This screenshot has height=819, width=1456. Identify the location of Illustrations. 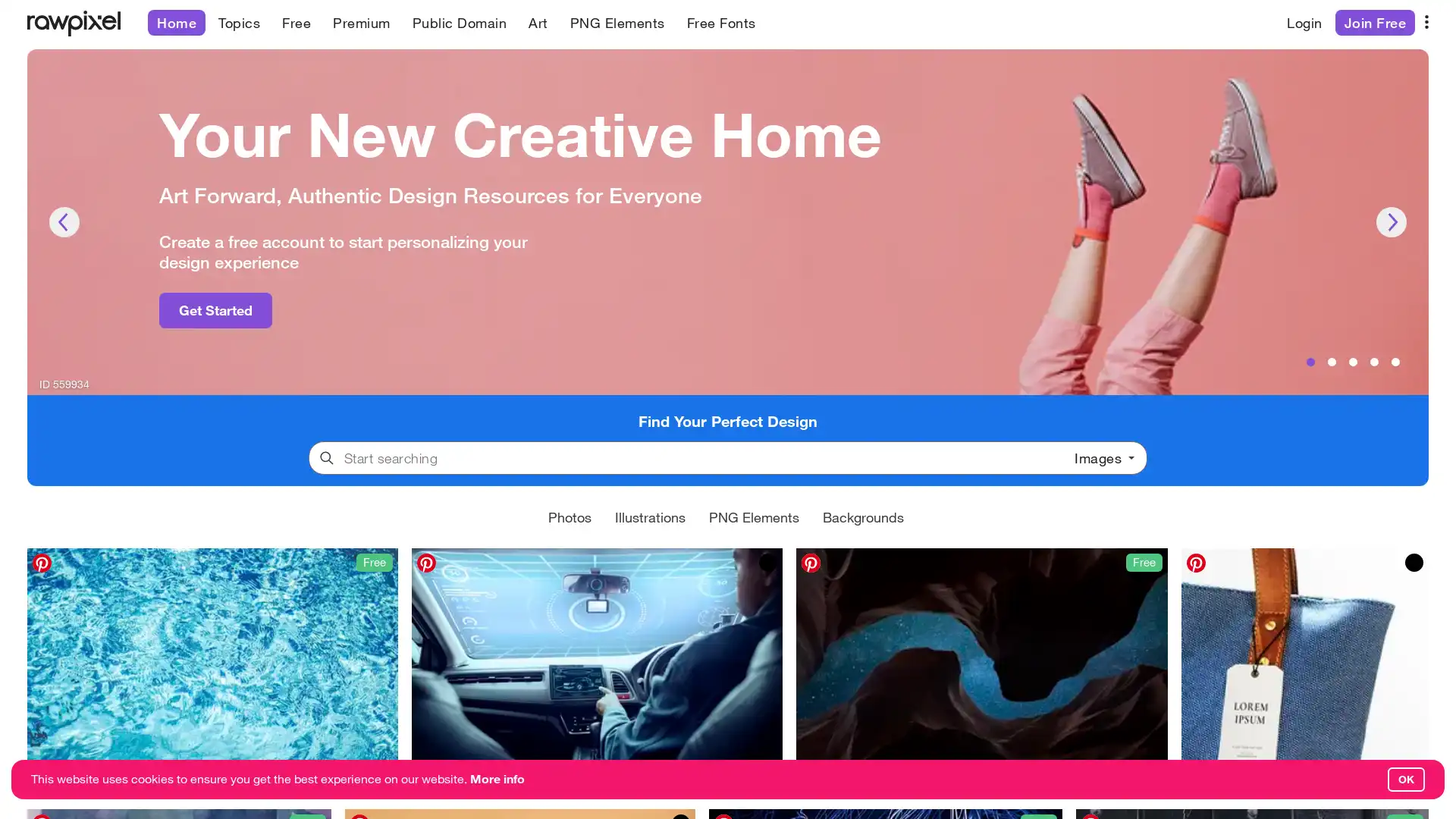
(650, 516).